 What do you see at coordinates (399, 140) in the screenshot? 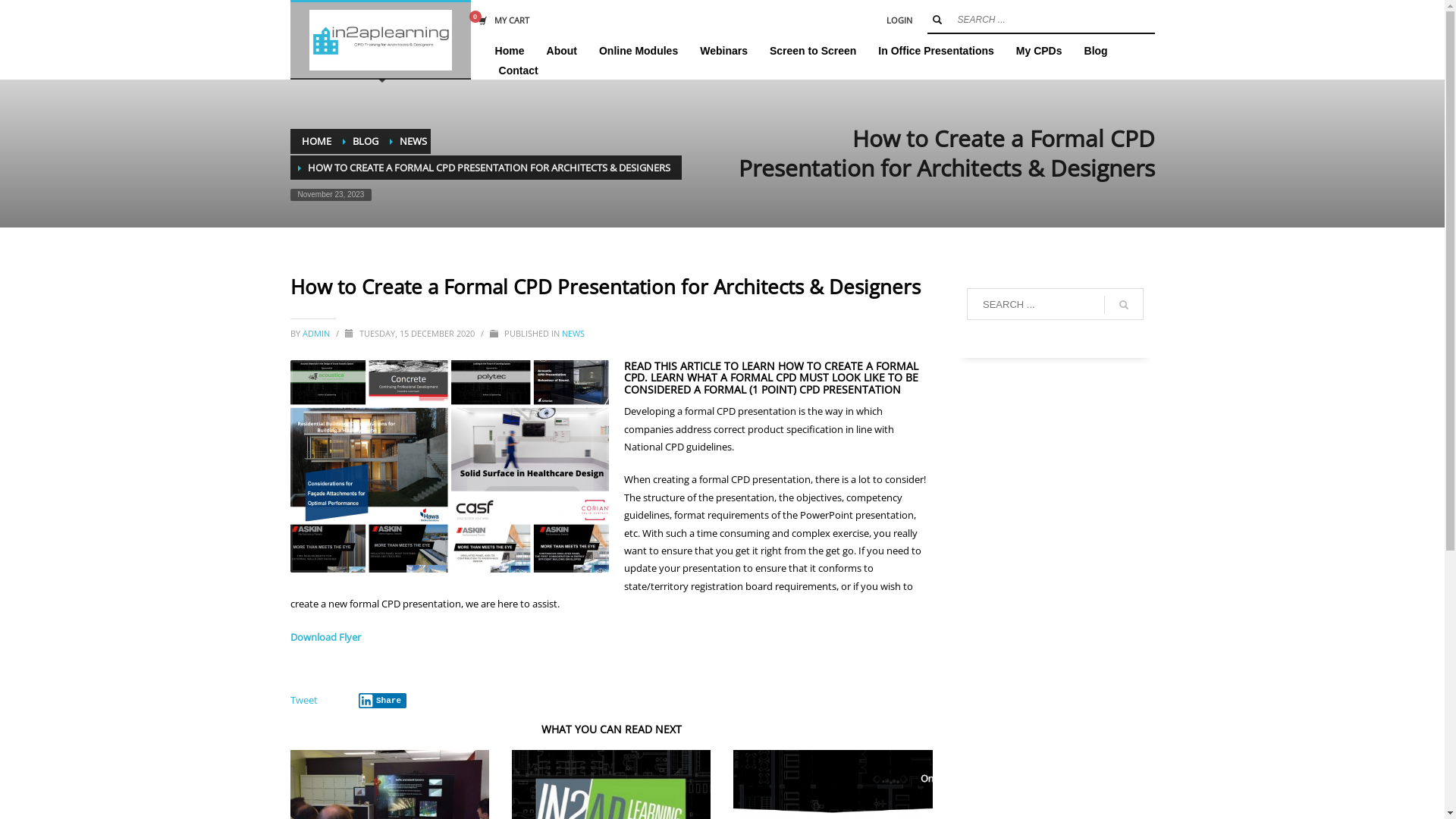
I see `'NEWS'` at bounding box center [399, 140].